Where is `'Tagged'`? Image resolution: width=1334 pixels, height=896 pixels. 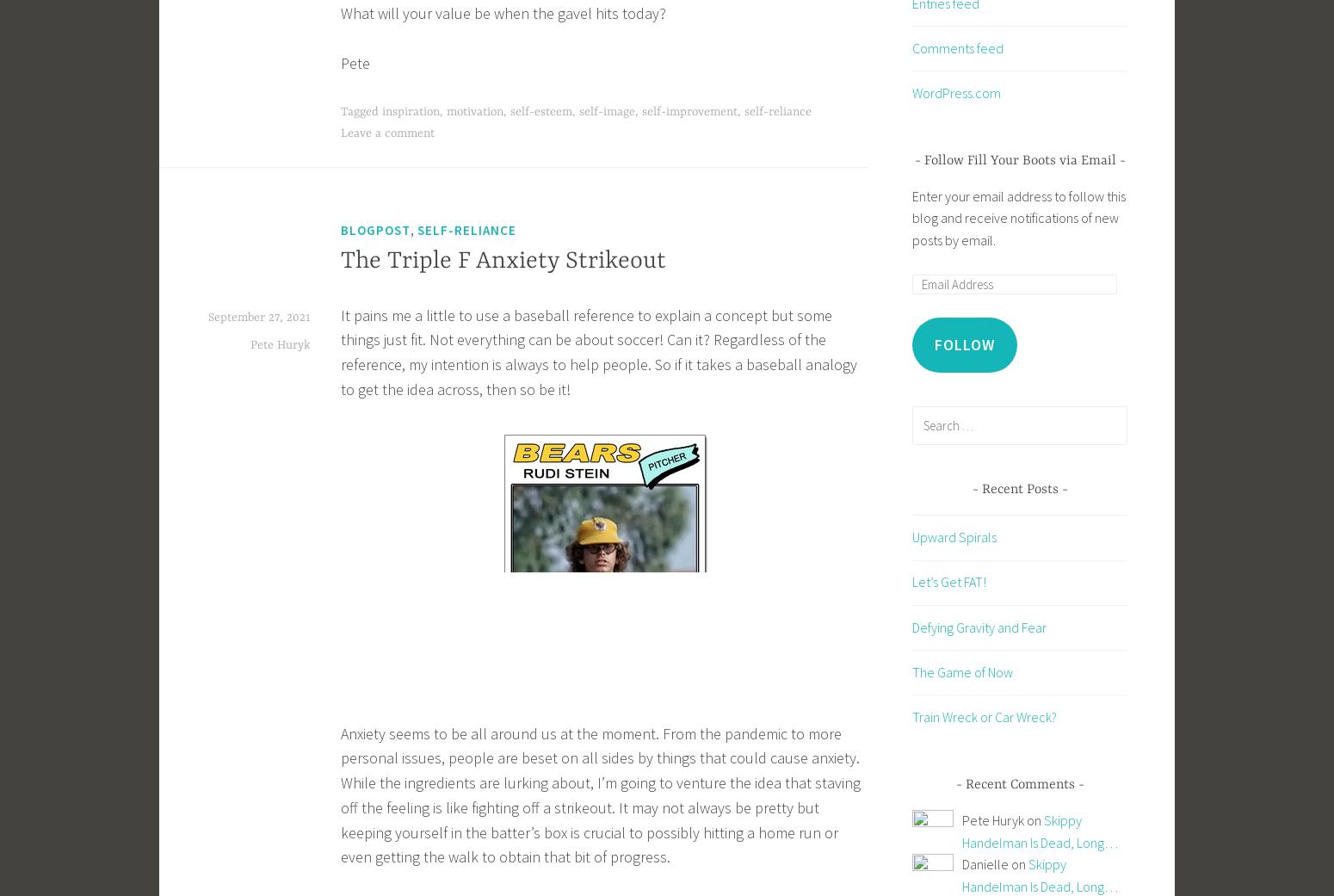
'Tagged' is located at coordinates (361, 110).